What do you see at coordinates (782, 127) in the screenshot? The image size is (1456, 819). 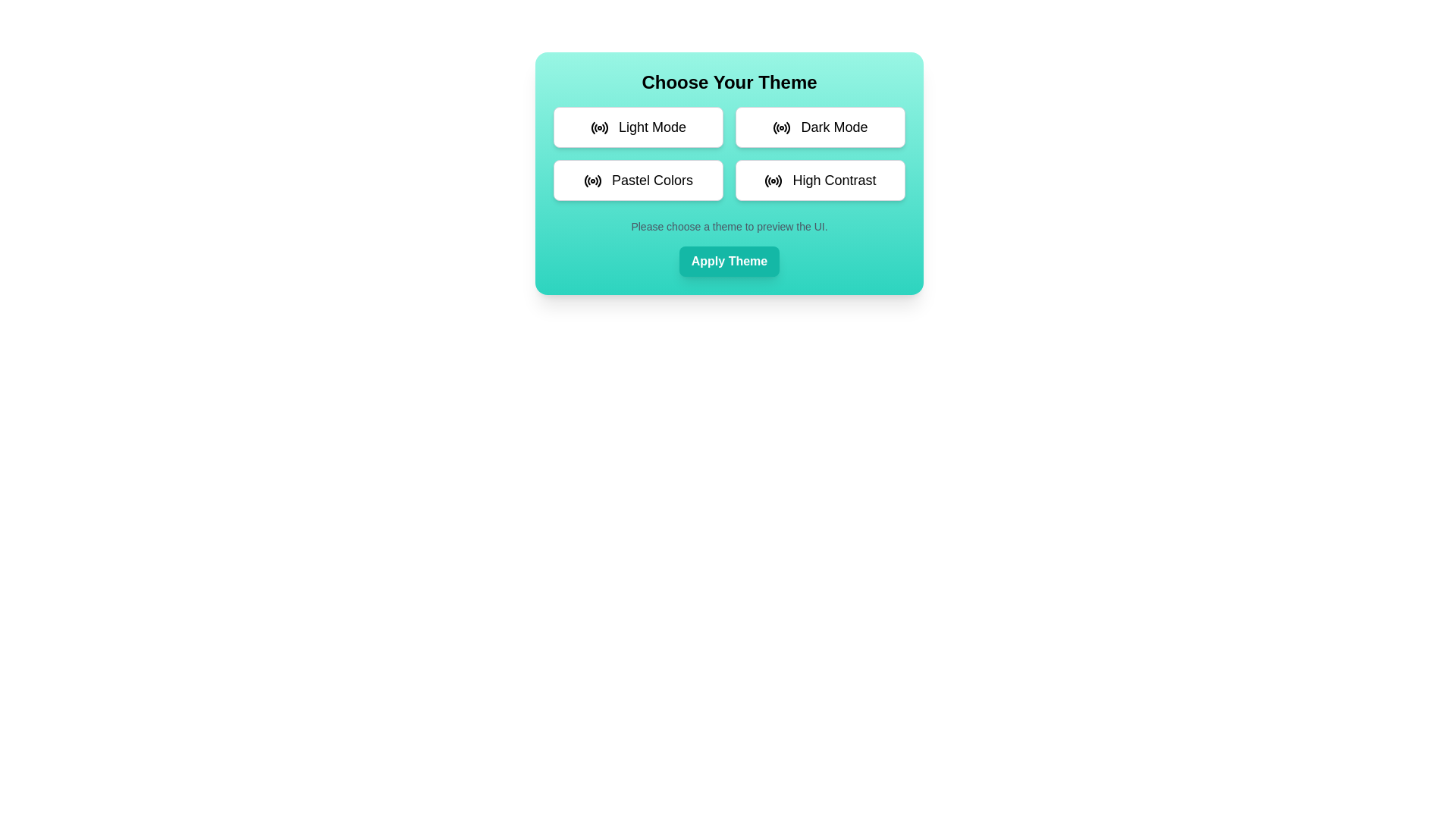 I see `the 'Dark Mode' button, which is the second button in the first row of the theme selection grid, indicated by an SVG graphical element resembling a radio frequency or broadcasting icon` at bounding box center [782, 127].